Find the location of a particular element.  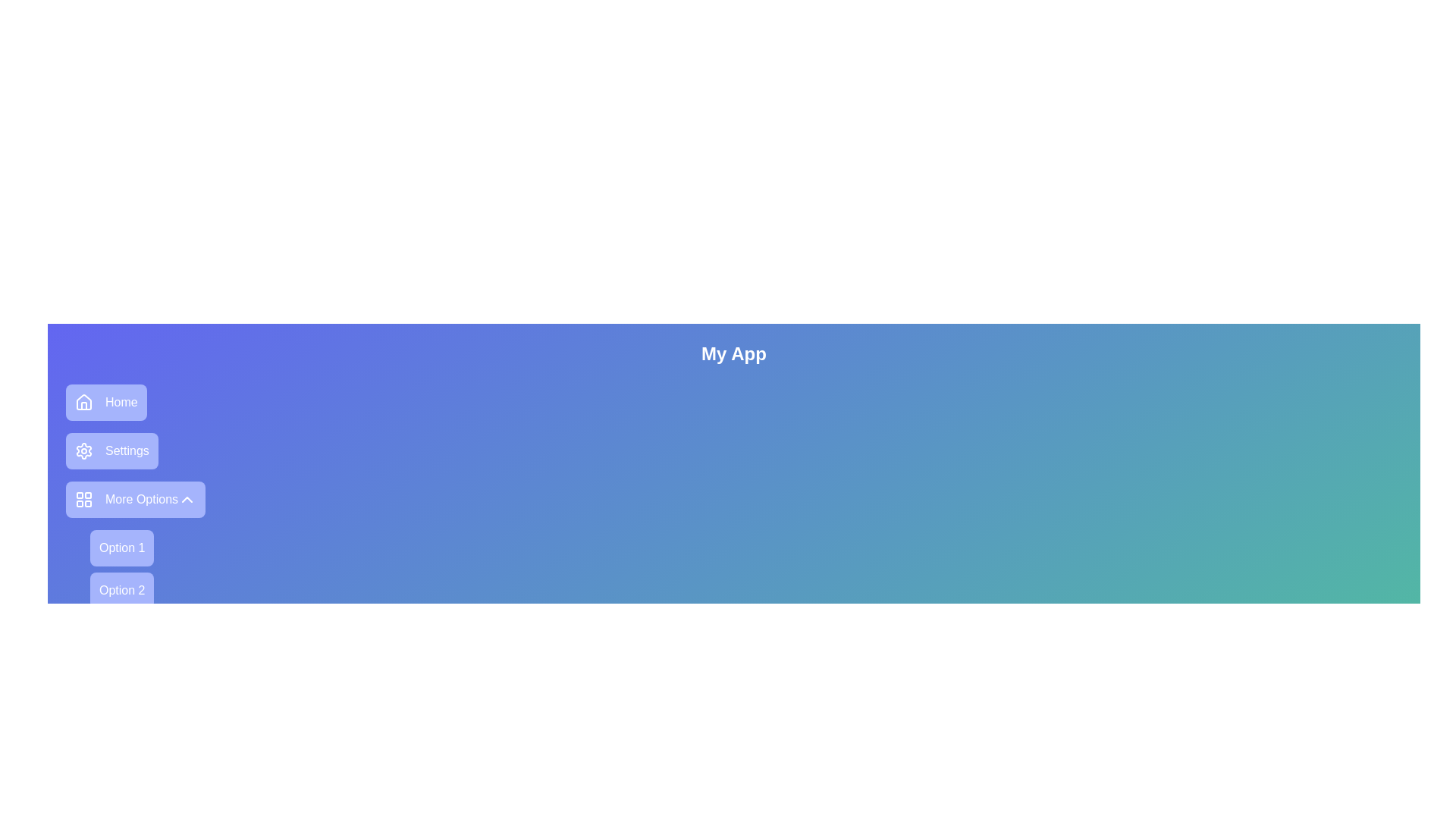

the house-shaped icon located to the left of the 'Home' button is located at coordinates (83, 402).